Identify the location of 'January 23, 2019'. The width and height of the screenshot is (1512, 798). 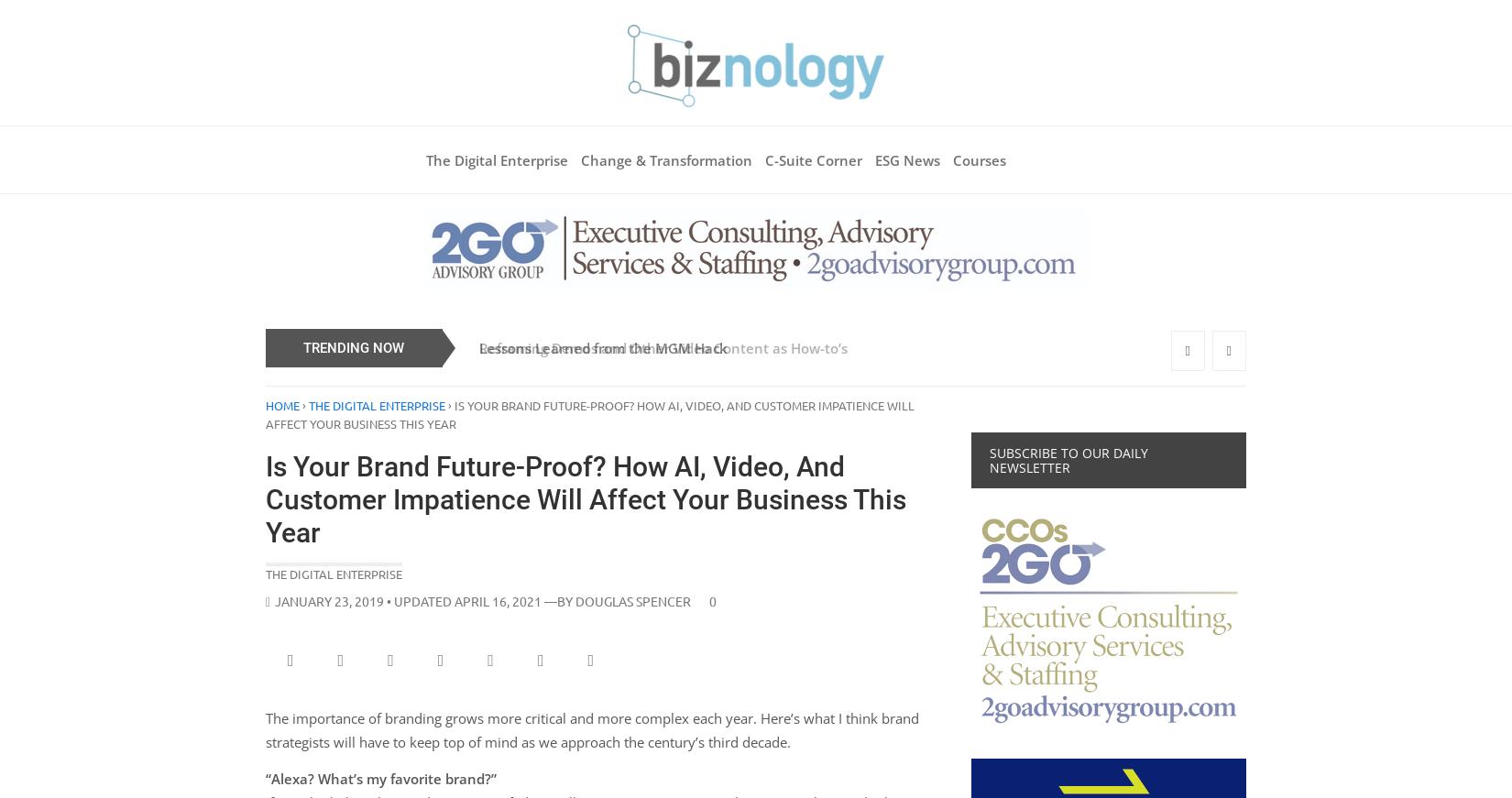
(274, 600).